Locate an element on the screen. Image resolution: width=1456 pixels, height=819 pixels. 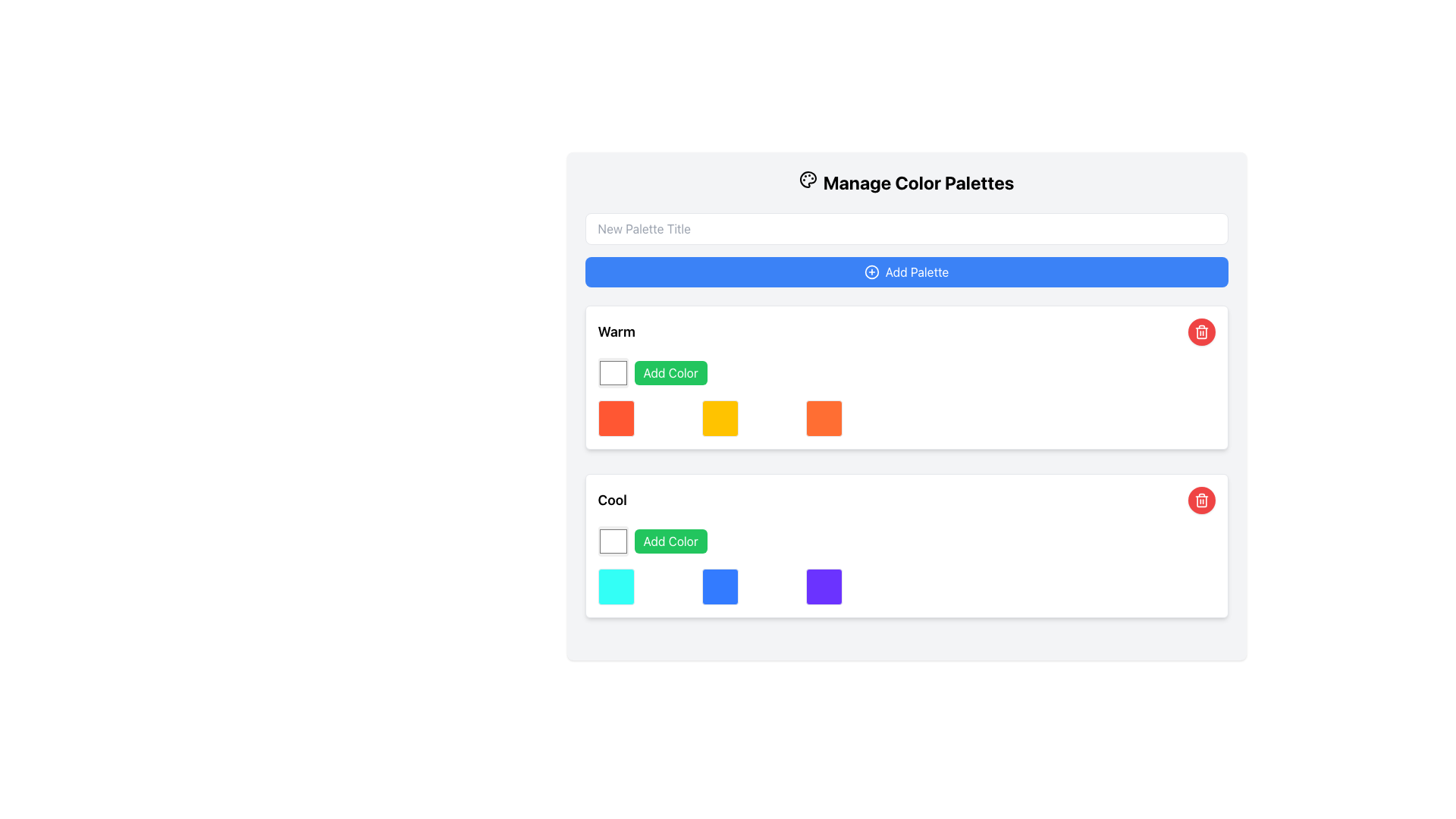
the button located in the 'Cool' color palette section is located at coordinates (670, 540).